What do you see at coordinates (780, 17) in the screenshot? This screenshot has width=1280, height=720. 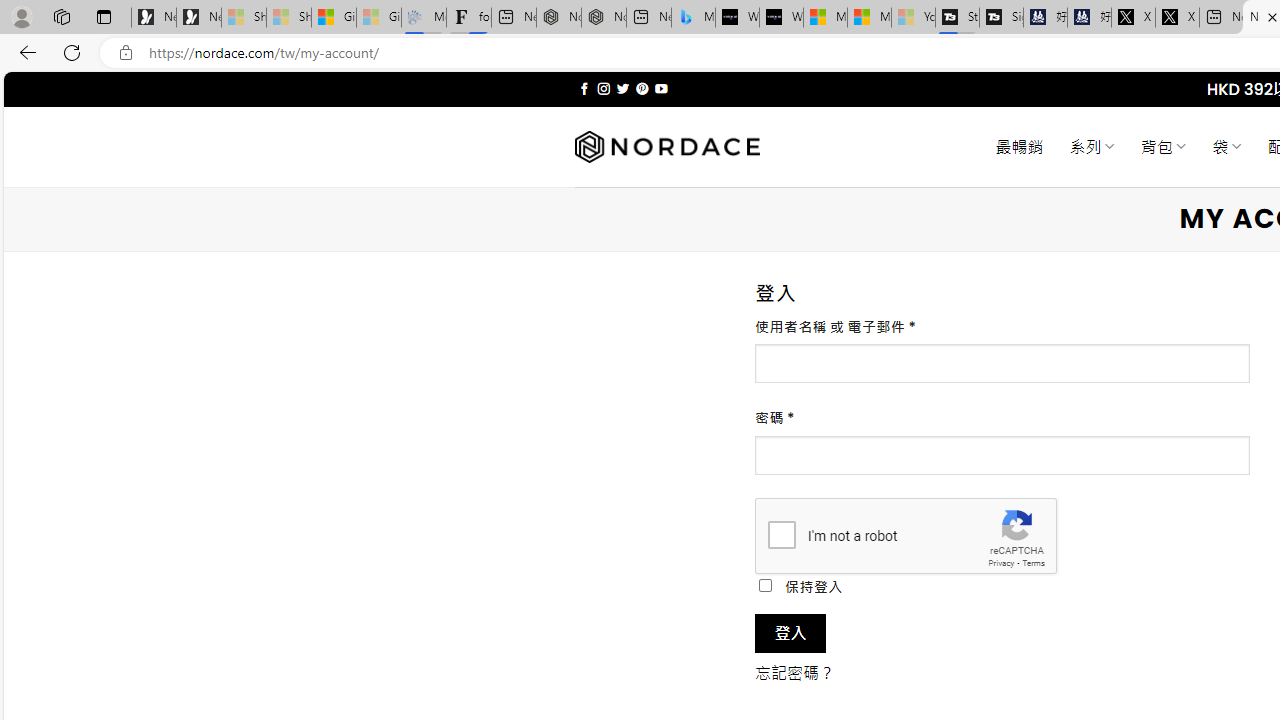 I see `'What'` at bounding box center [780, 17].